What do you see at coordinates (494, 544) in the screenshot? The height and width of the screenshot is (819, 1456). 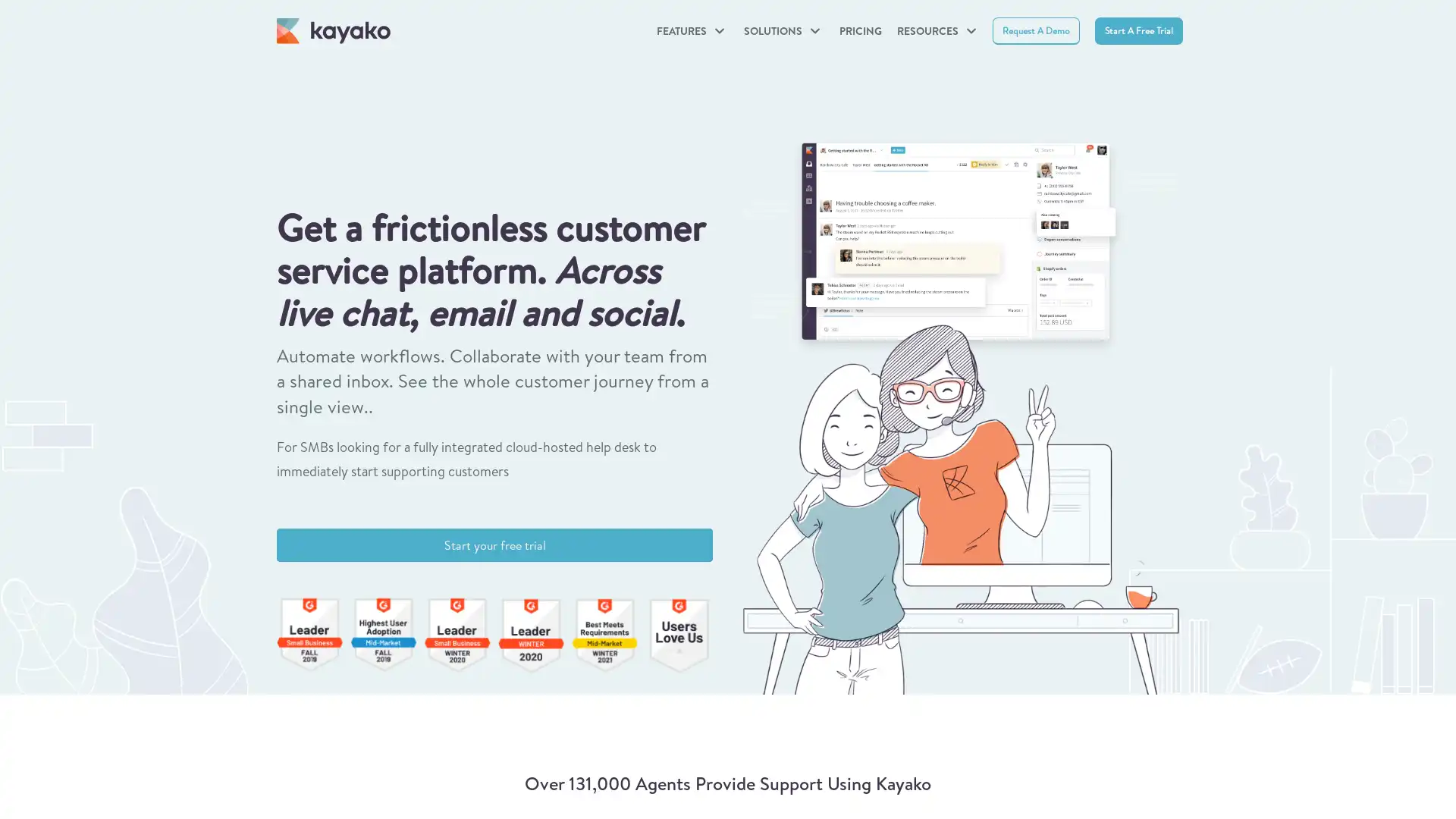 I see `Start your free trial` at bounding box center [494, 544].